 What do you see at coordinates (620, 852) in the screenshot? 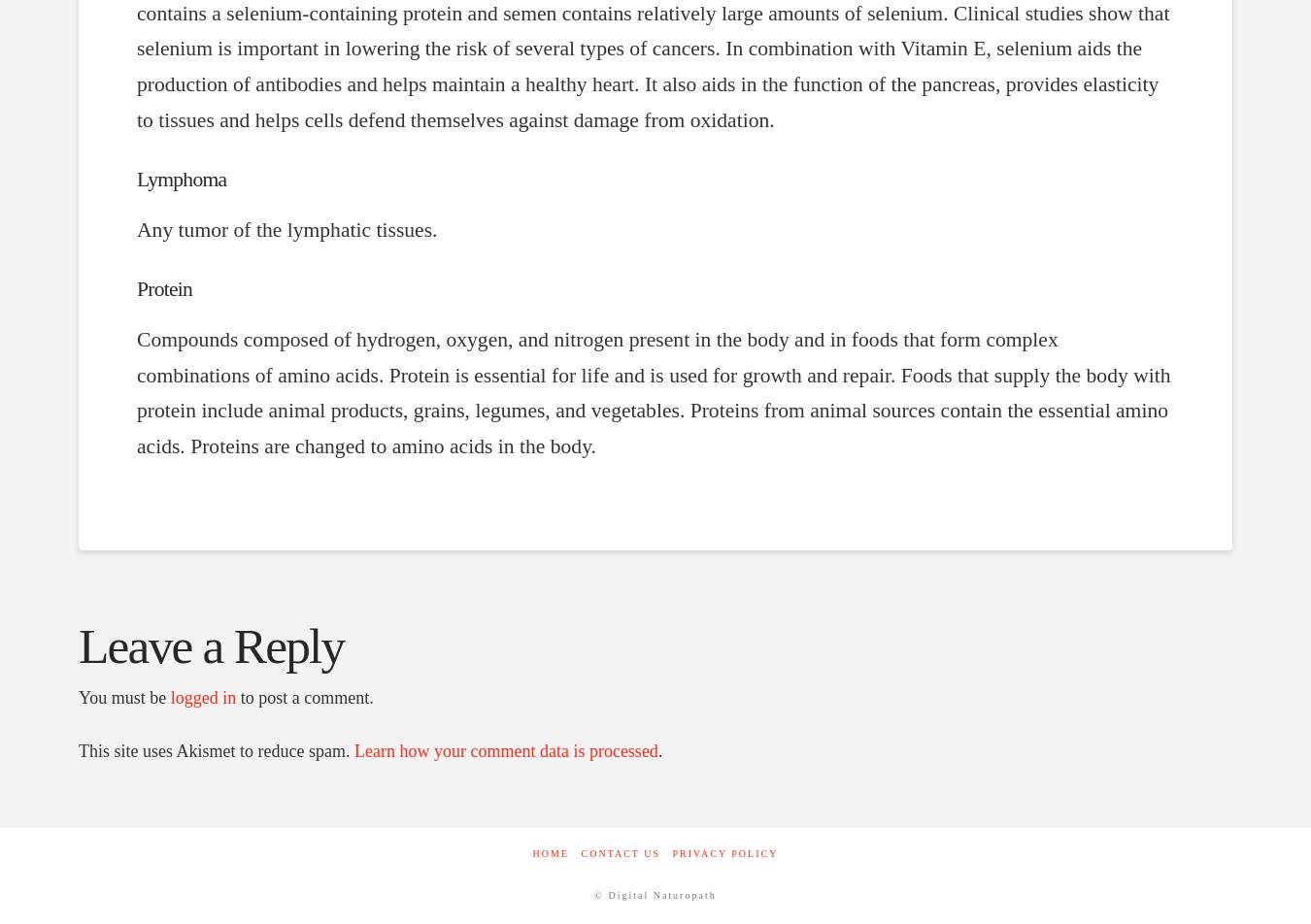
I see `'Contact Us'` at bounding box center [620, 852].